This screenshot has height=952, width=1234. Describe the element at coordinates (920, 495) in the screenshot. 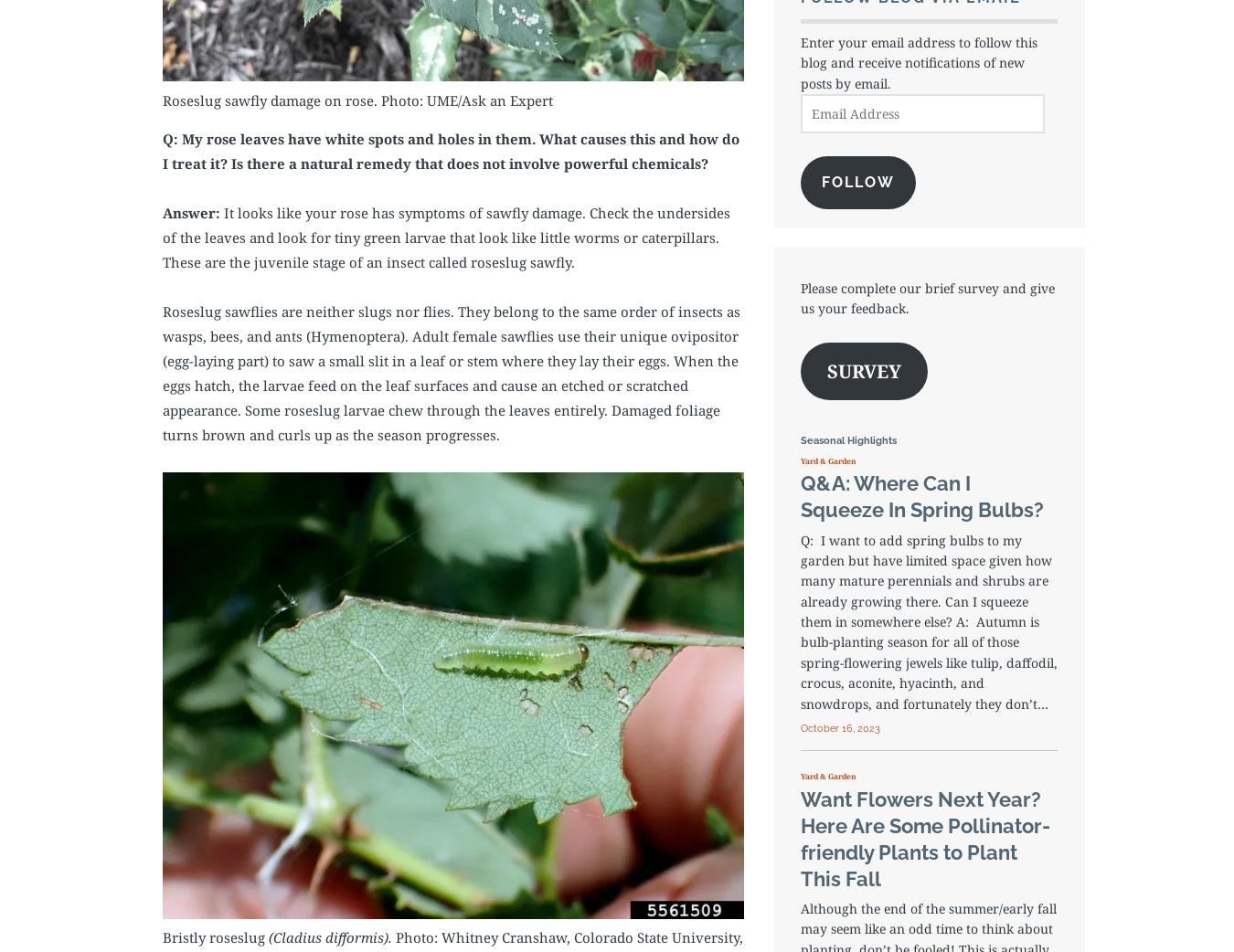

I see `'Q&A: Where Can I Squeeze In Spring Bulbs?'` at that location.